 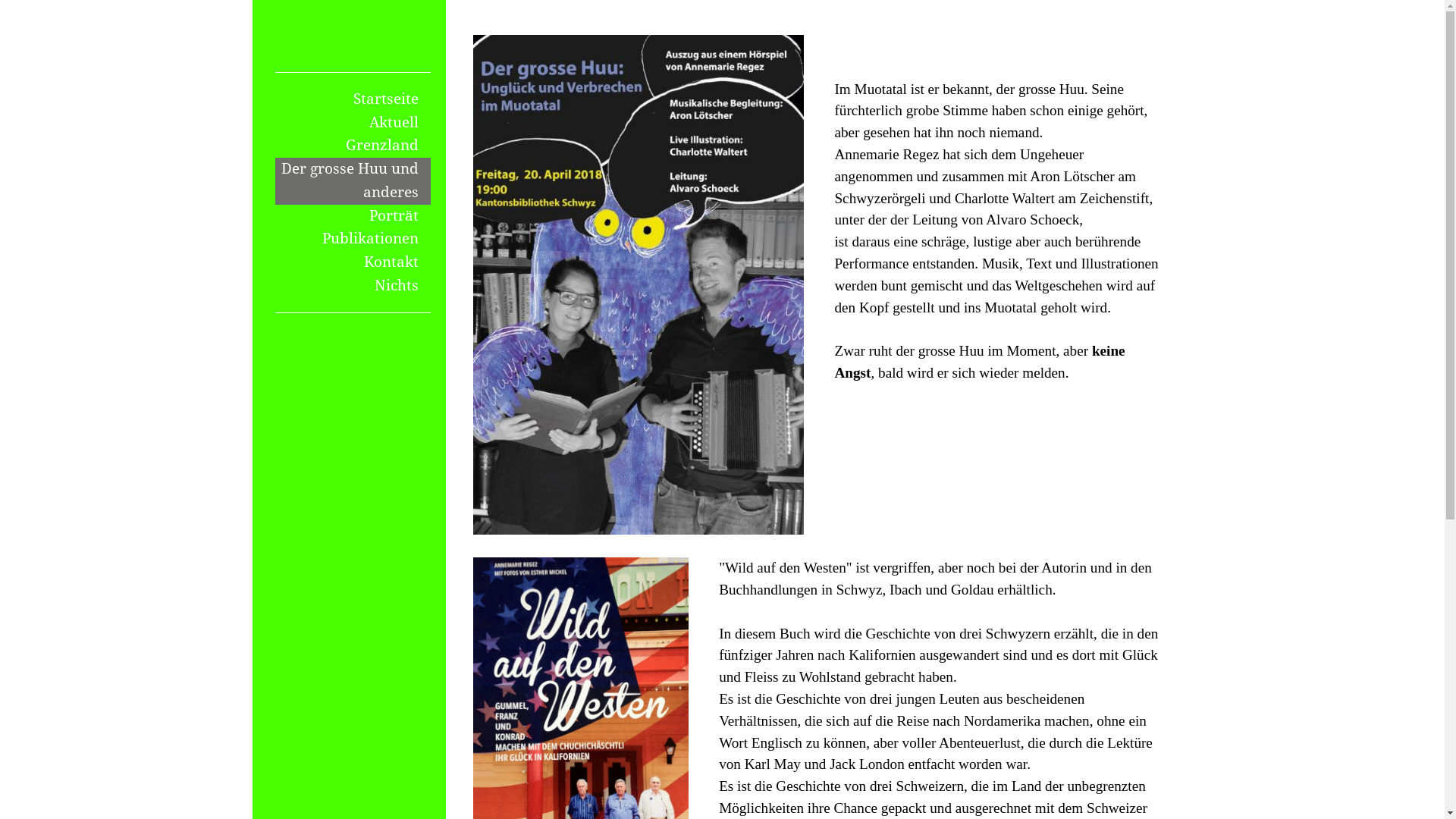 I want to click on 'Aktuell', so click(x=274, y=122).